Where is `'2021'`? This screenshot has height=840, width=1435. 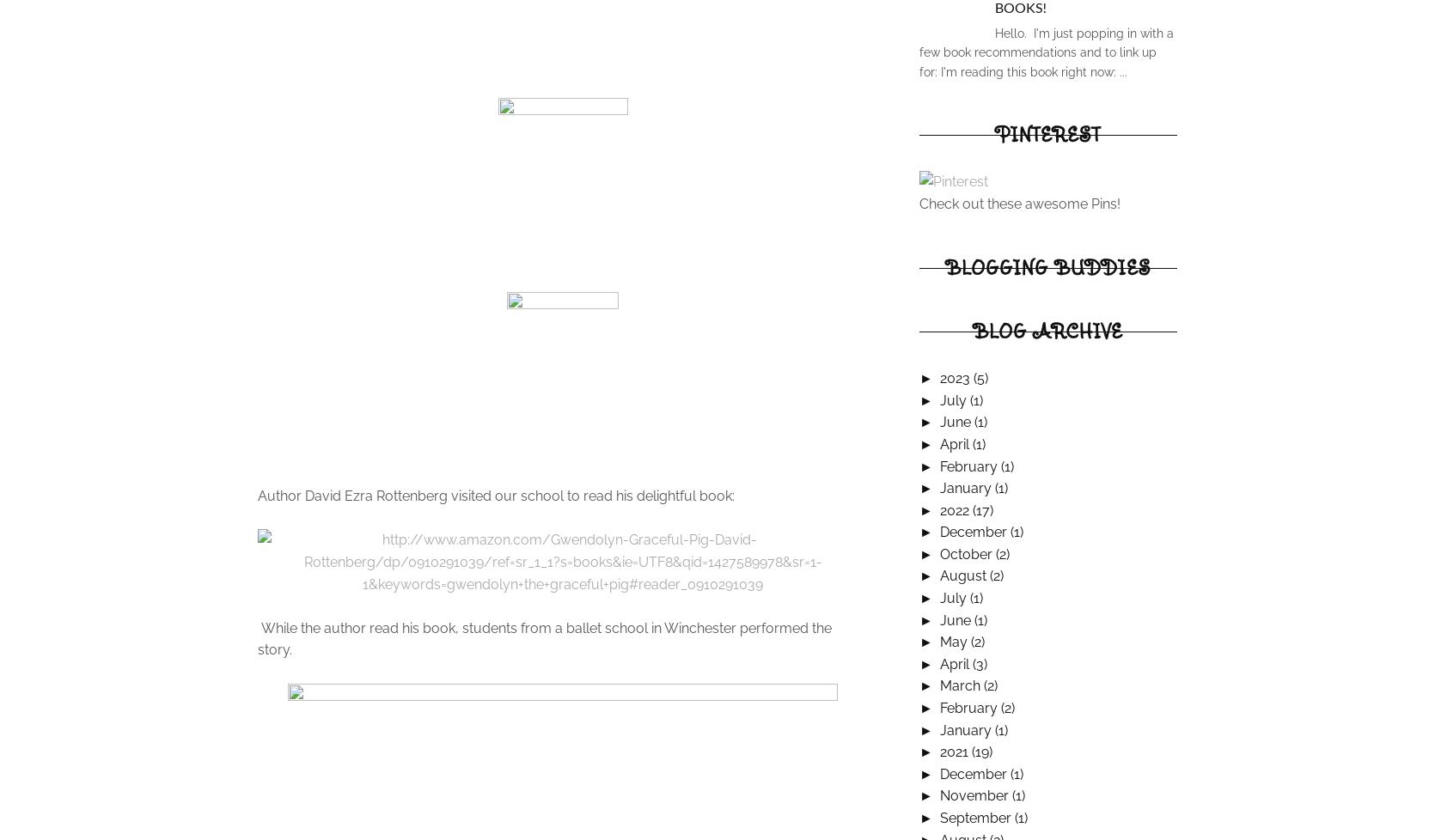 '2021' is located at coordinates (954, 751).